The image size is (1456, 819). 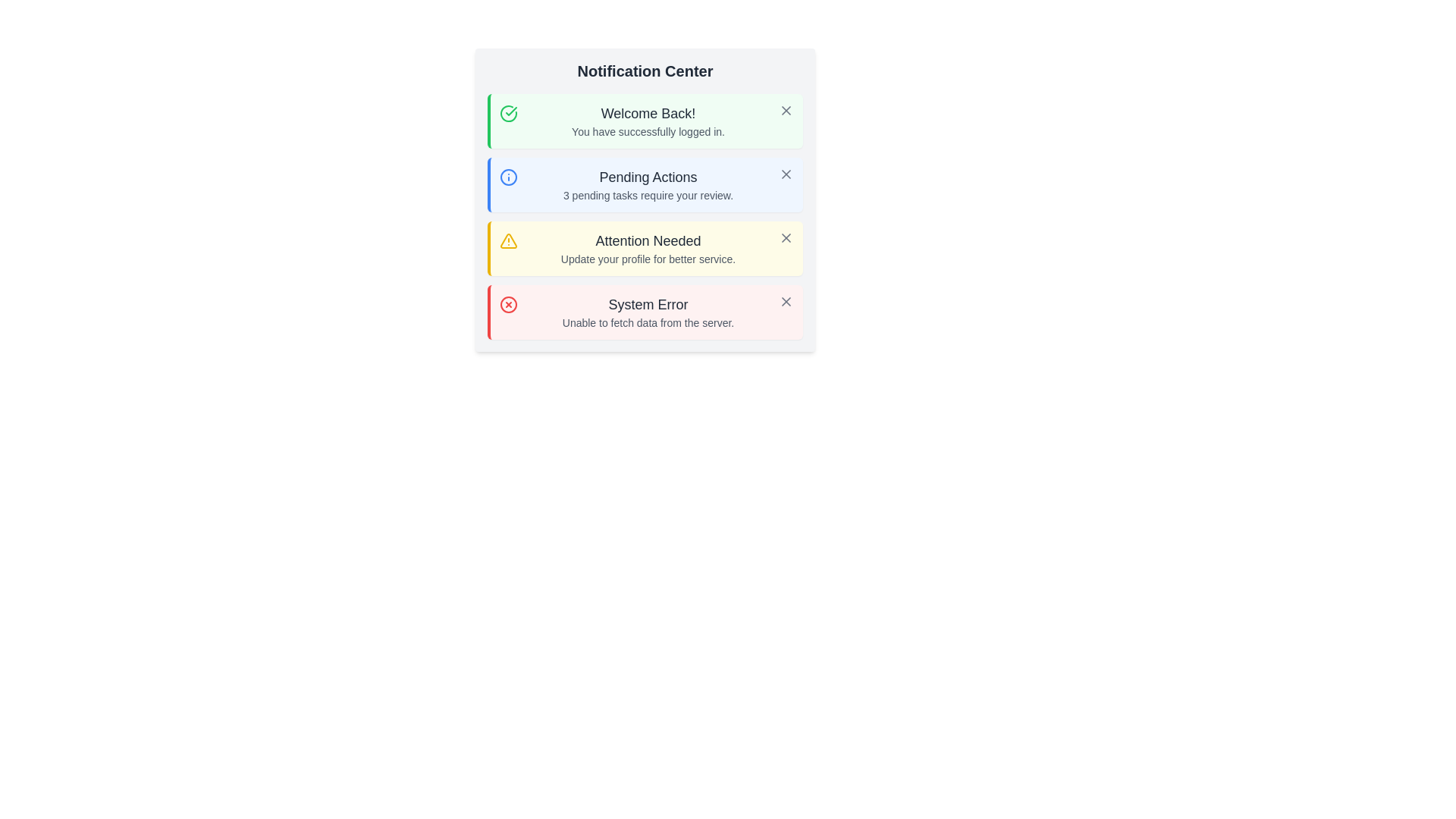 I want to click on the button located in the top-right corner of the 'Pending Actions' notification, so click(x=786, y=174).